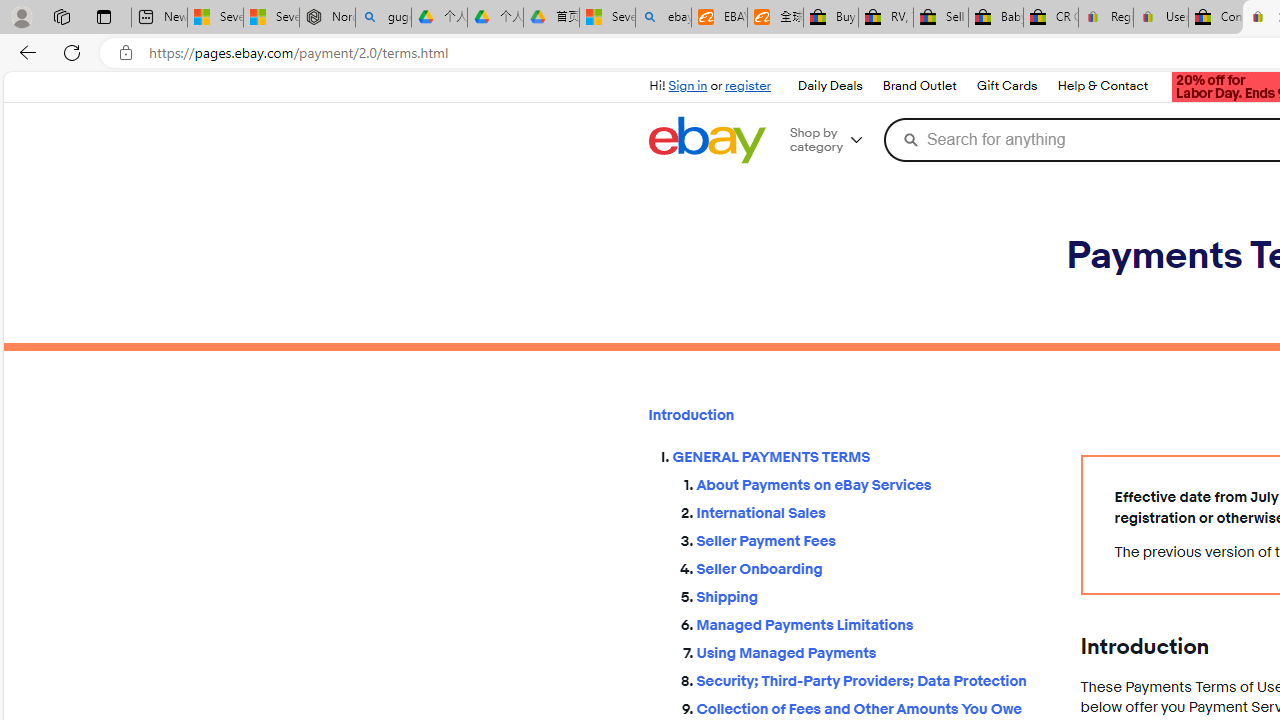 The width and height of the screenshot is (1280, 720). I want to click on 'About Payments on eBay Services', so click(872, 481).